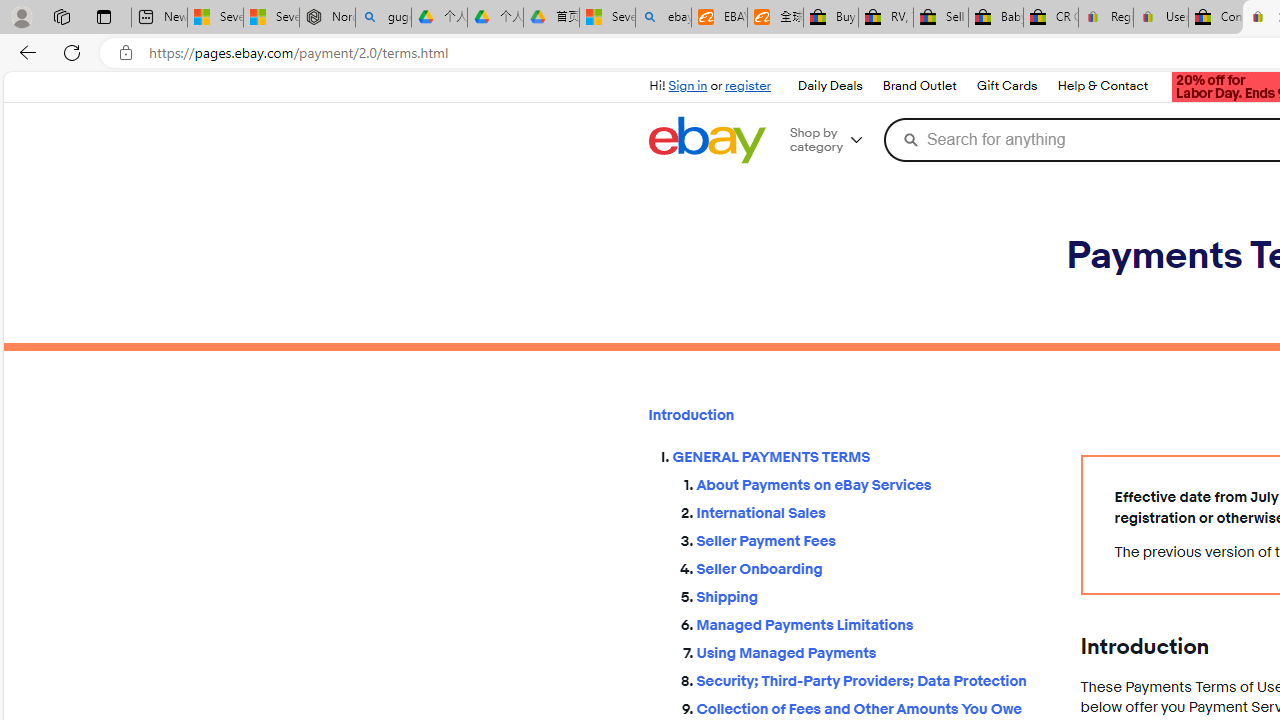 The width and height of the screenshot is (1280, 720). I want to click on 'About Payments on eBay Services', so click(872, 481).